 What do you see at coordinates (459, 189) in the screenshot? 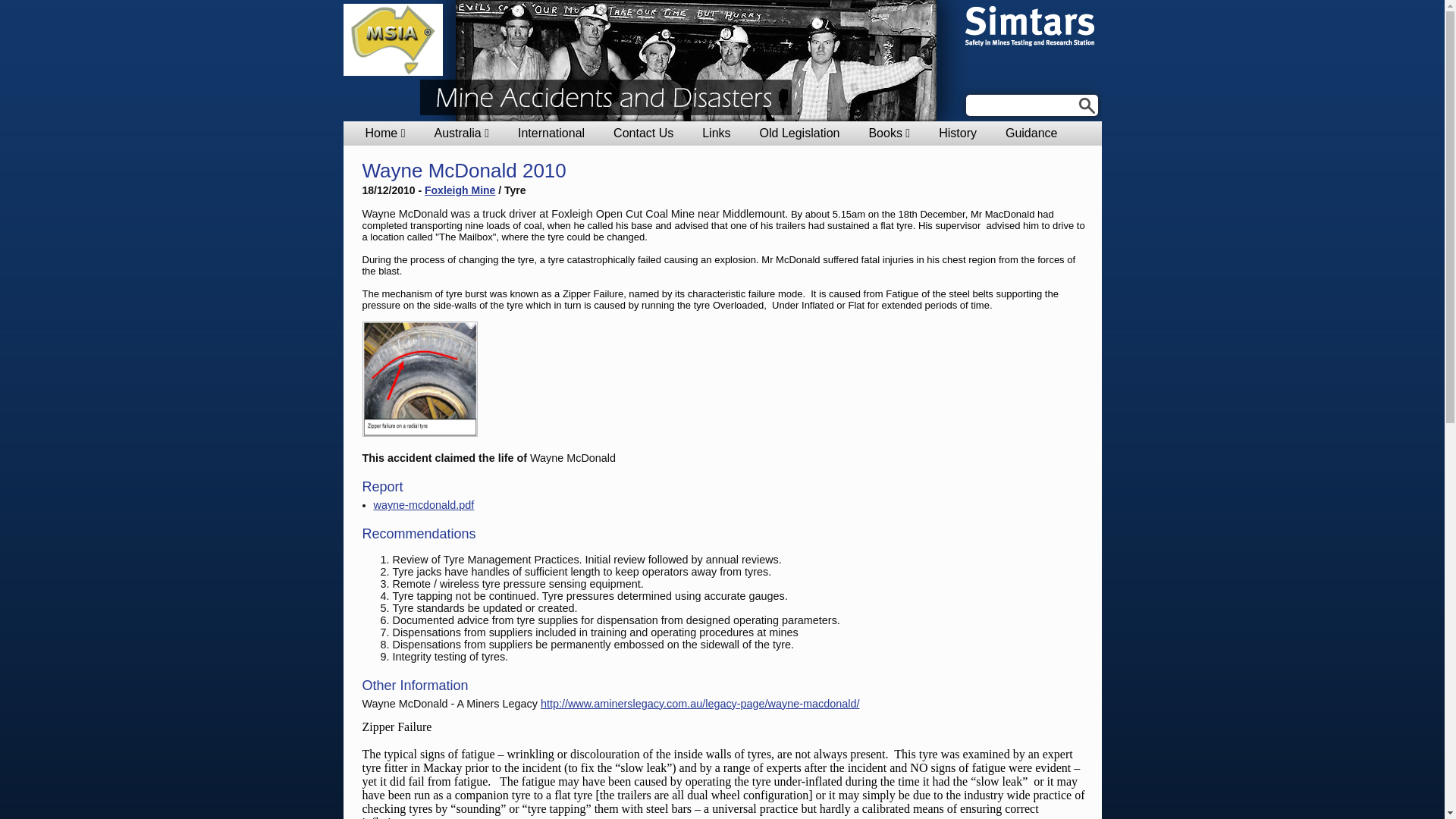
I see `'Foxleigh Mine'` at bounding box center [459, 189].